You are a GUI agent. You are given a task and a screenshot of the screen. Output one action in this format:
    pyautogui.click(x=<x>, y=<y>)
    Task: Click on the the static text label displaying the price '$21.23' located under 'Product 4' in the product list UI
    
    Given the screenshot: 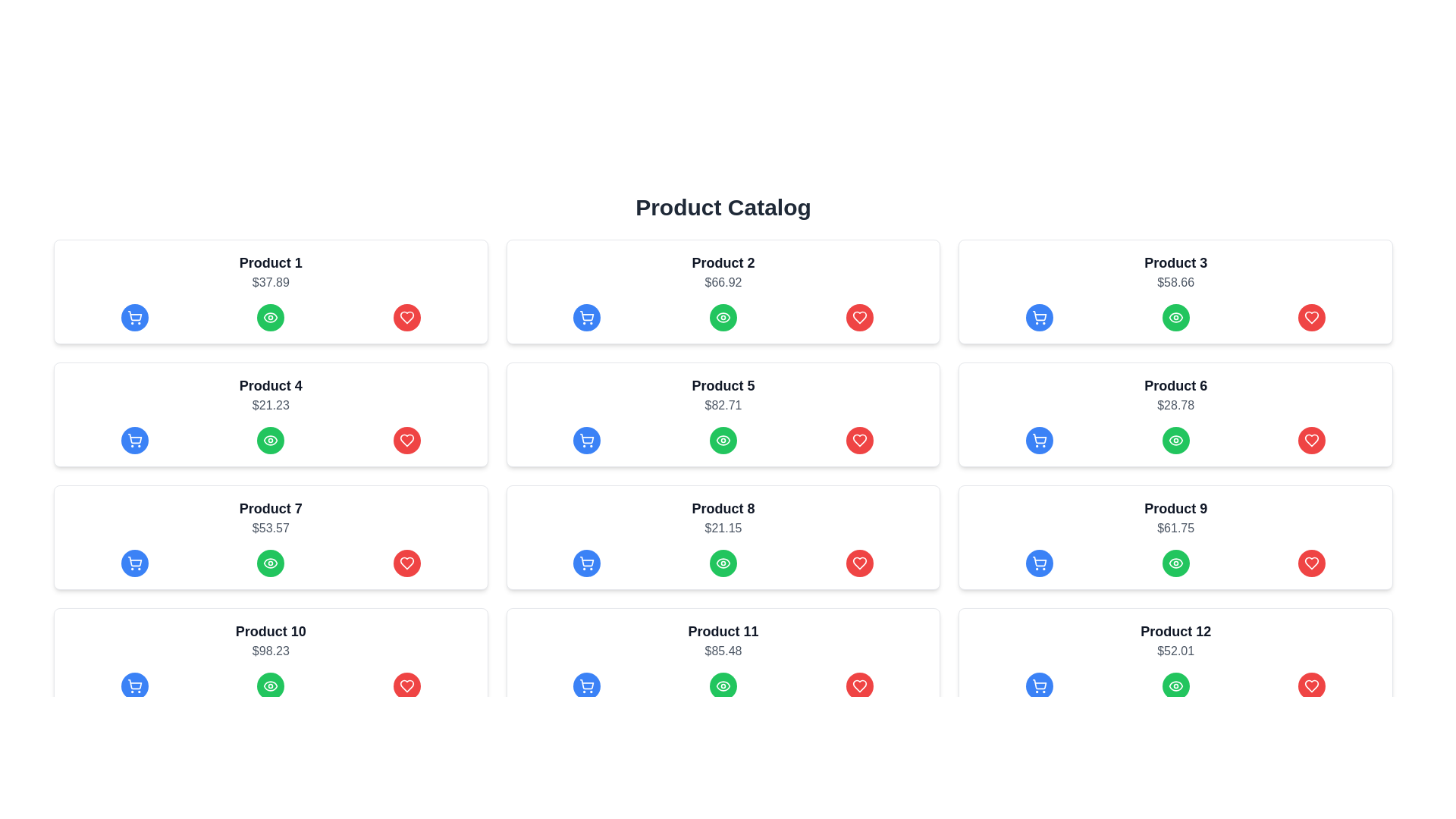 What is the action you would take?
    pyautogui.click(x=271, y=405)
    